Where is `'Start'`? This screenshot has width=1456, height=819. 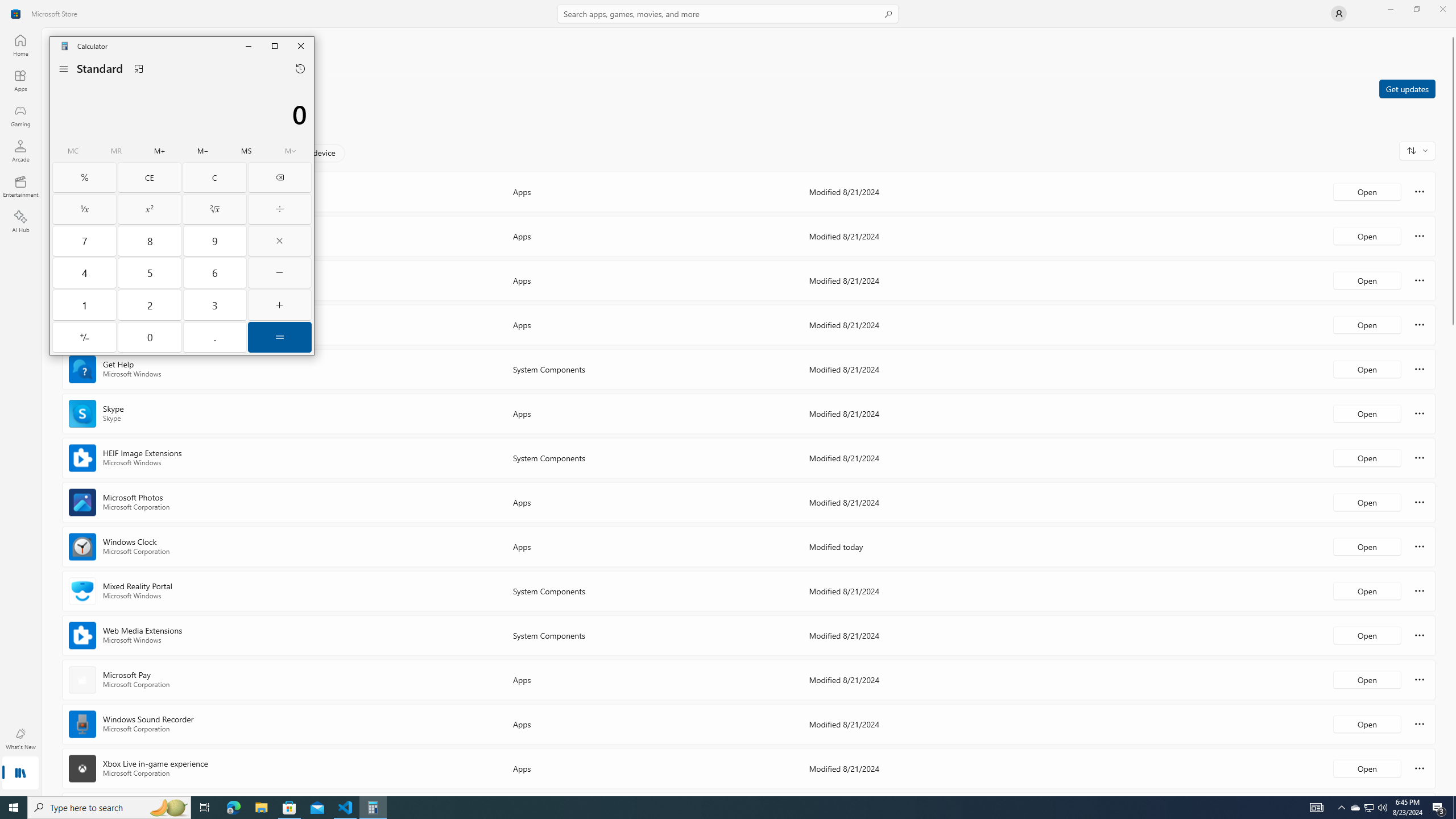 'Start' is located at coordinates (14, 806).